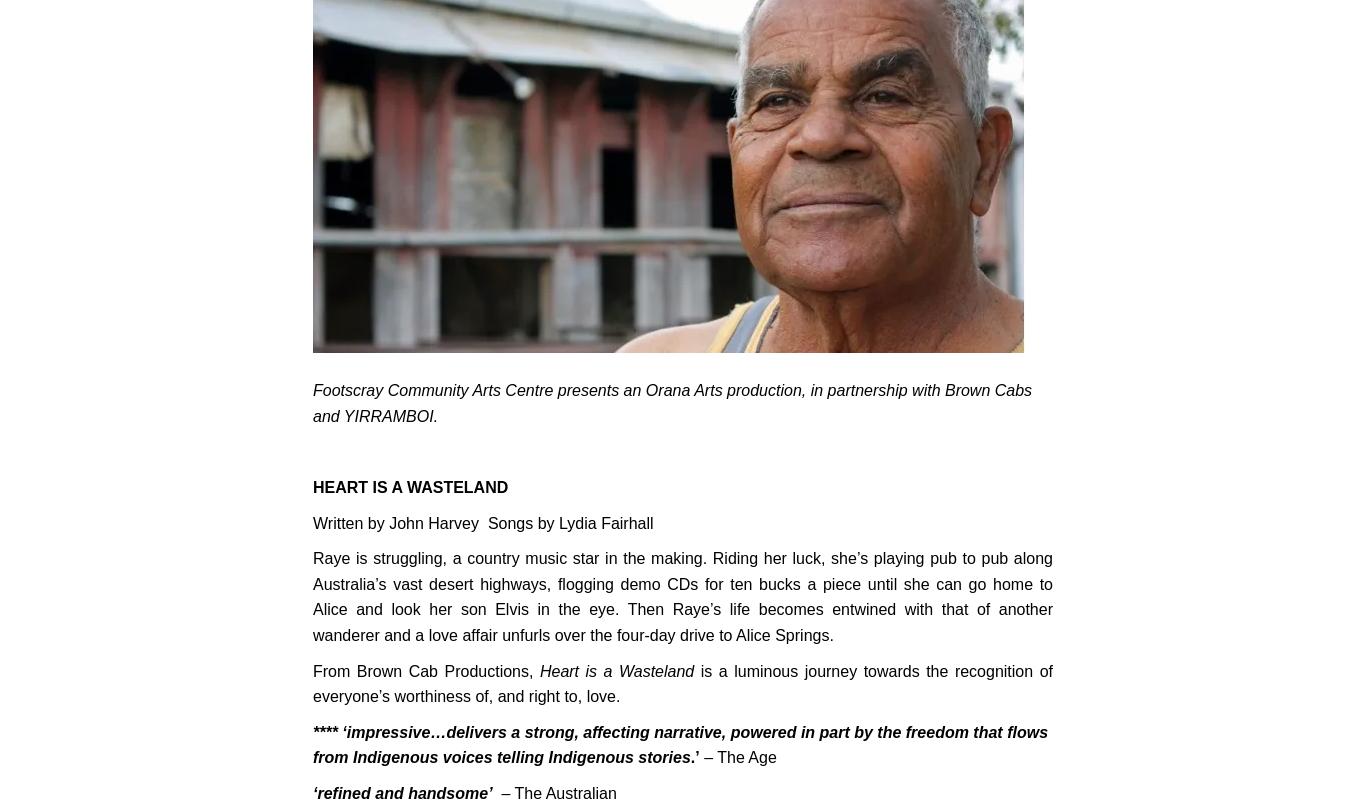 The image size is (1366, 812). Describe the element at coordinates (401, 793) in the screenshot. I see `'‘refined and handsome’'` at that location.